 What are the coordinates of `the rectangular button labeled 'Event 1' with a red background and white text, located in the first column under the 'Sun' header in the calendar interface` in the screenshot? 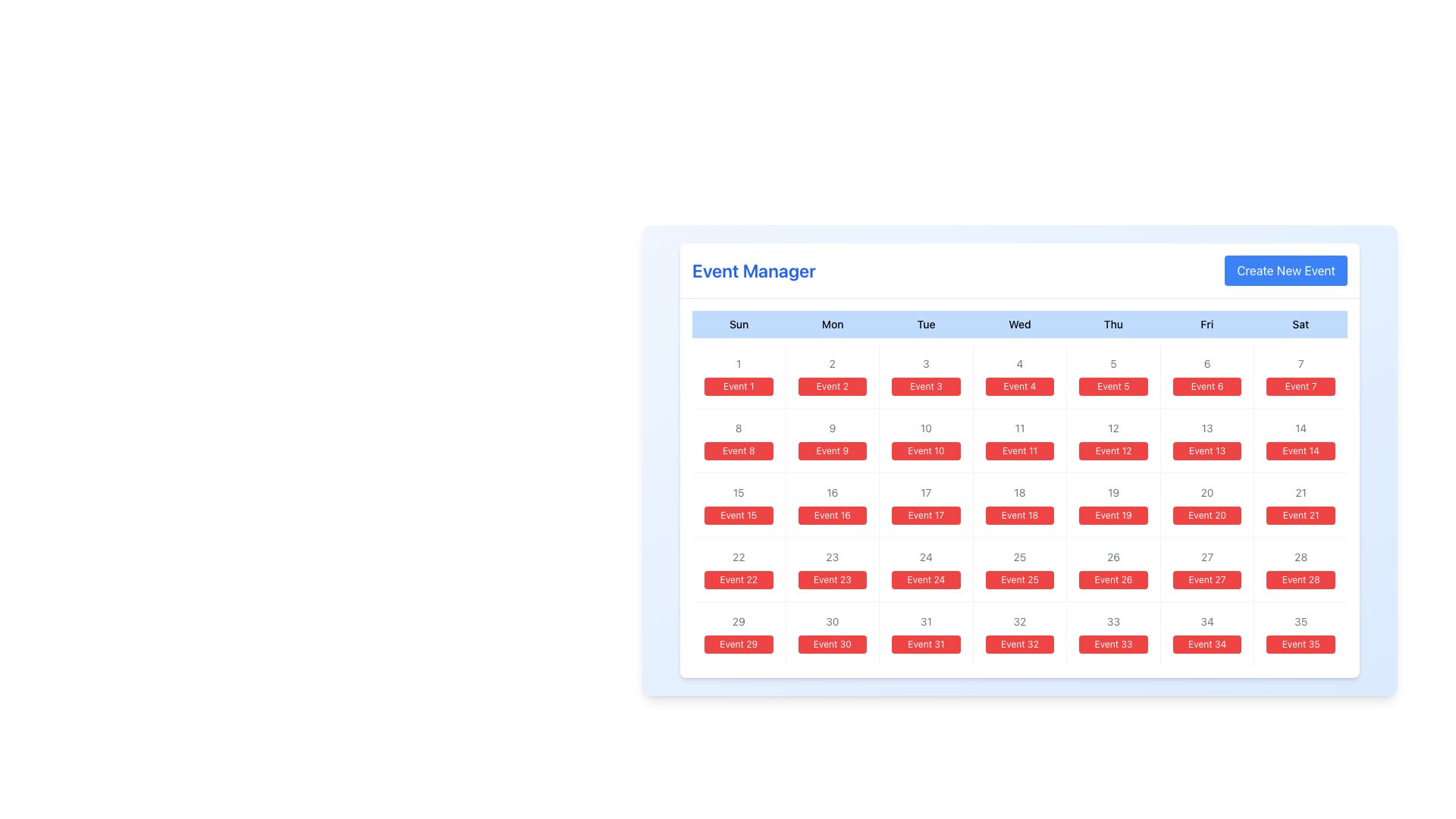 It's located at (739, 385).